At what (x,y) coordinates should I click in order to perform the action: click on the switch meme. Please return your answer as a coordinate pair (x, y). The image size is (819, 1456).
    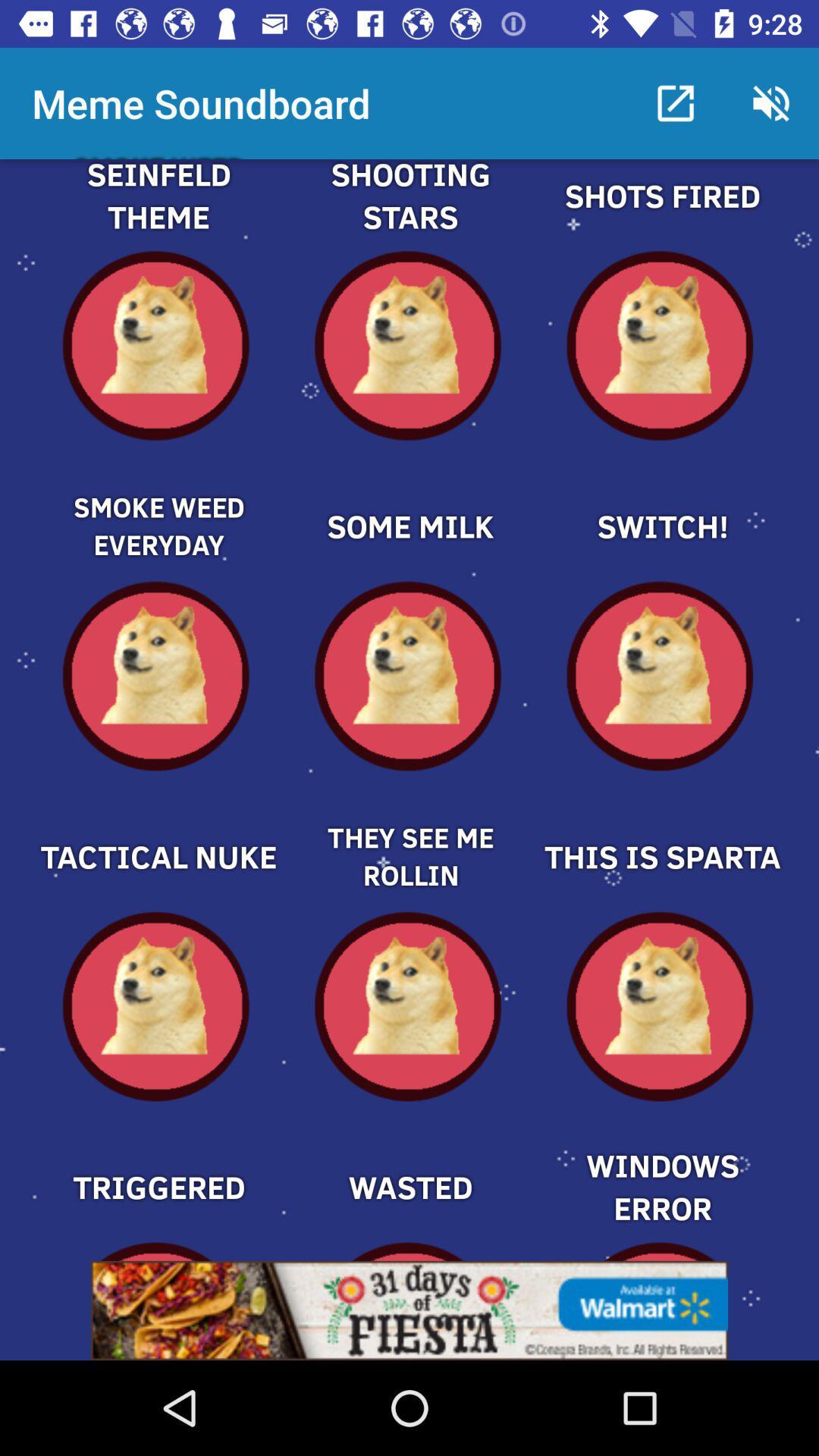
    Looking at the image, I should click on (661, 500).